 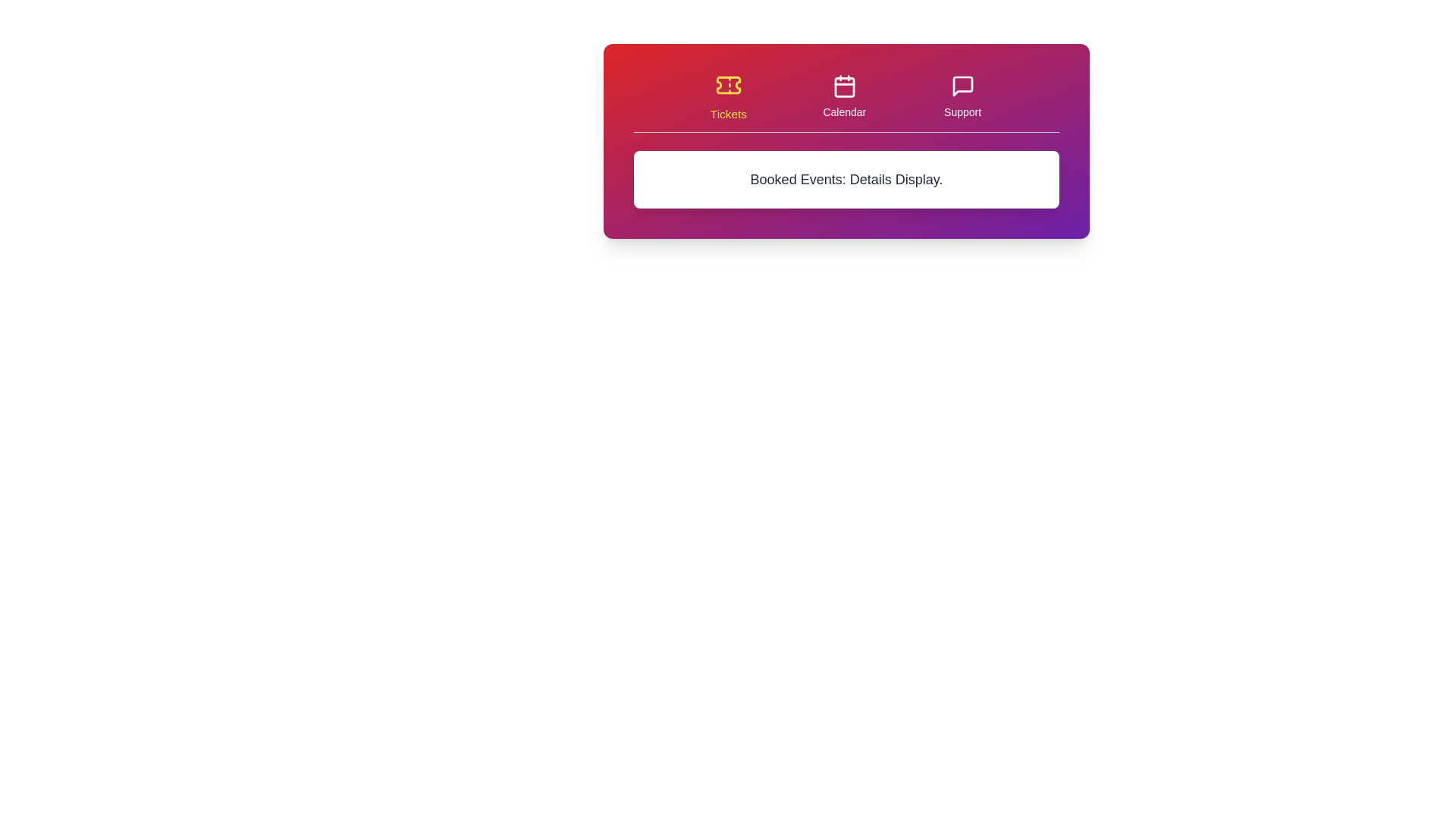 I want to click on the Support tab to switch its content, so click(x=962, y=96).